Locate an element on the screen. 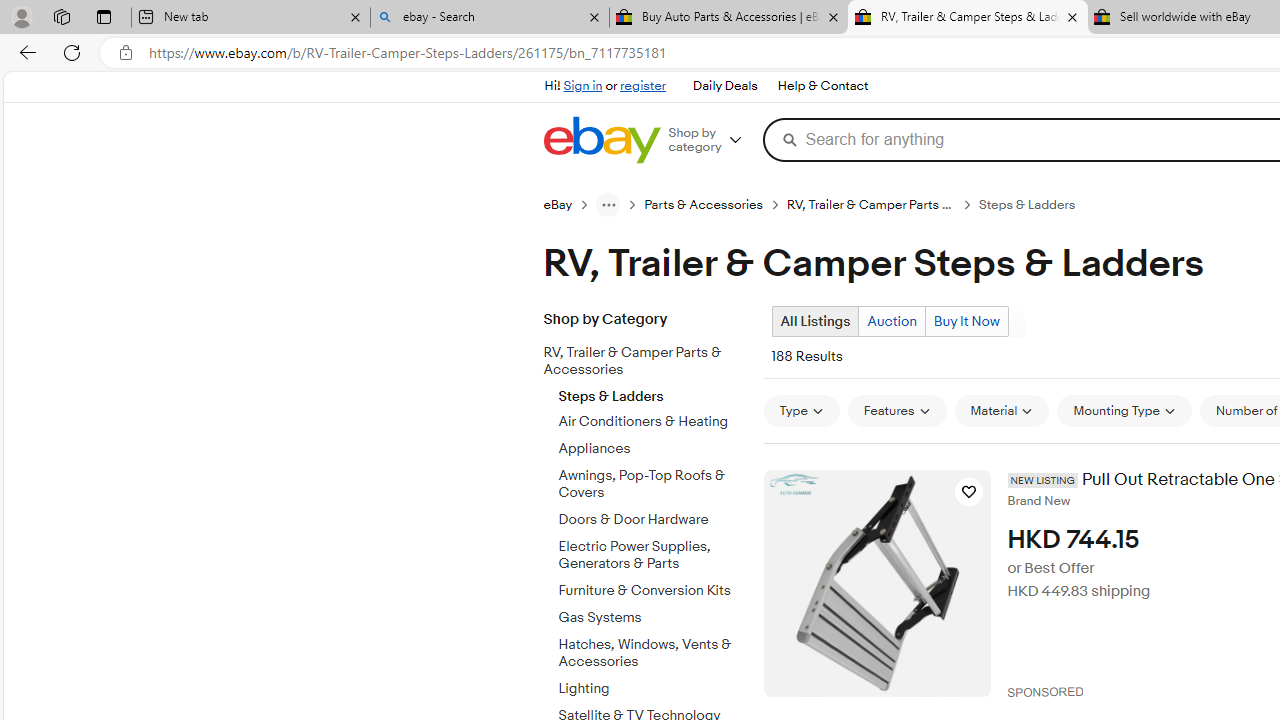 Image resolution: width=1280 pixels, height=720 pixels. 'Appliances' is located at coordinates (653, 448).